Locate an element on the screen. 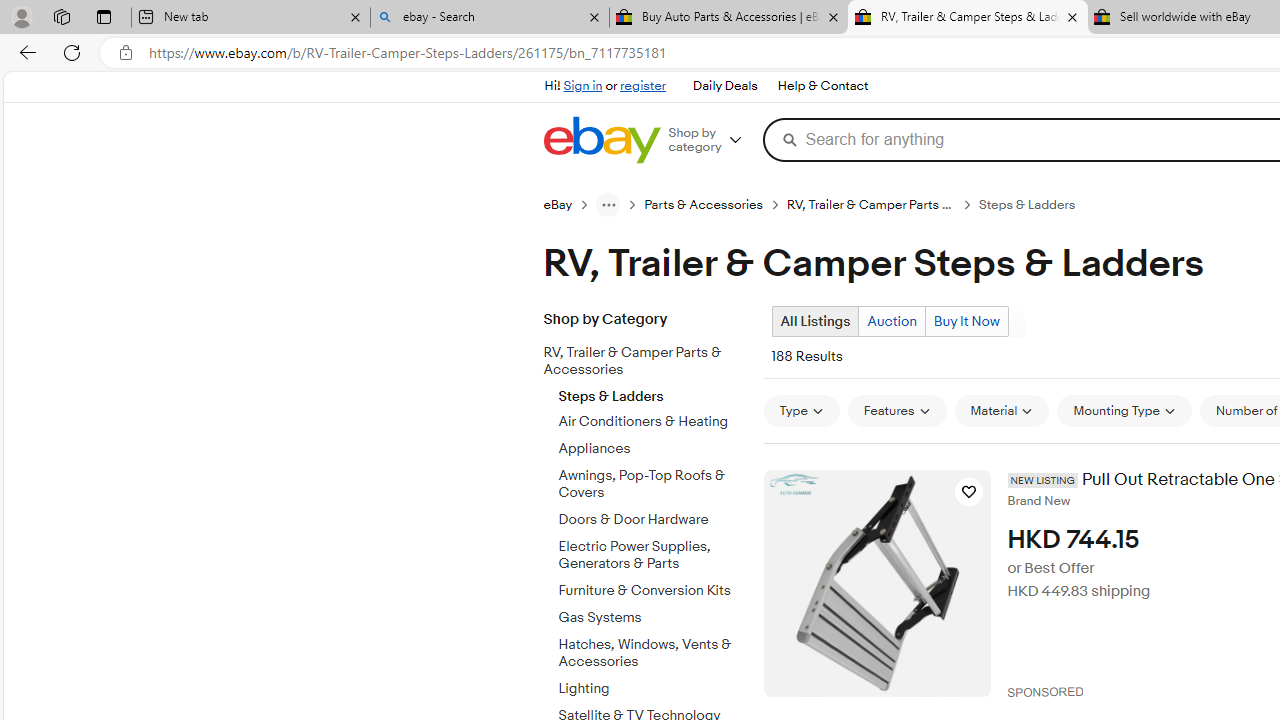 Image resolution: width=1280 pixels, height=720 pixels. 'Appliances' is located at coordinates (653, 448).